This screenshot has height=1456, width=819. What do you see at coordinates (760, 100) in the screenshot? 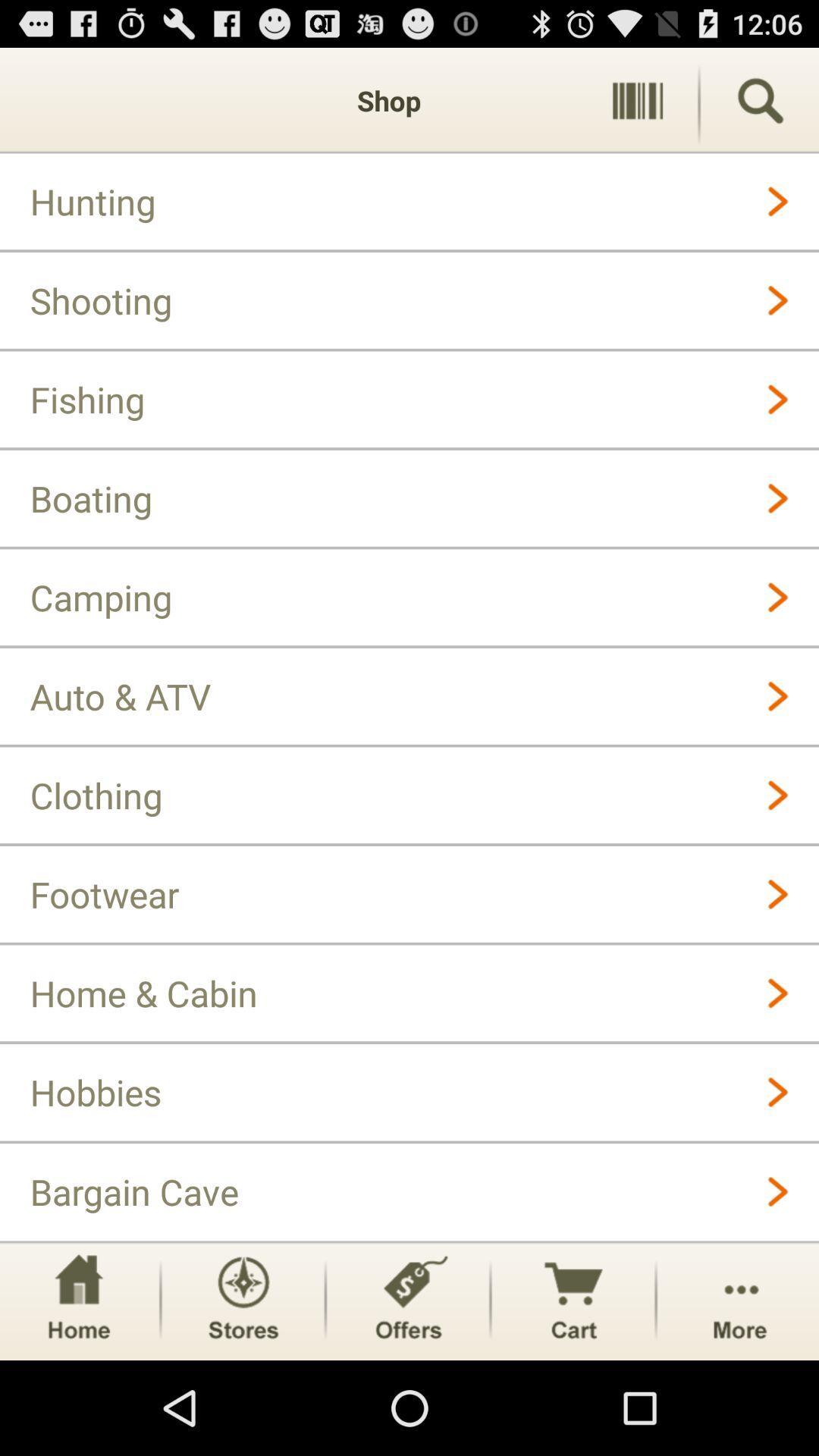
I see `the search icon beside bar code` at bounding box center [760, 100].